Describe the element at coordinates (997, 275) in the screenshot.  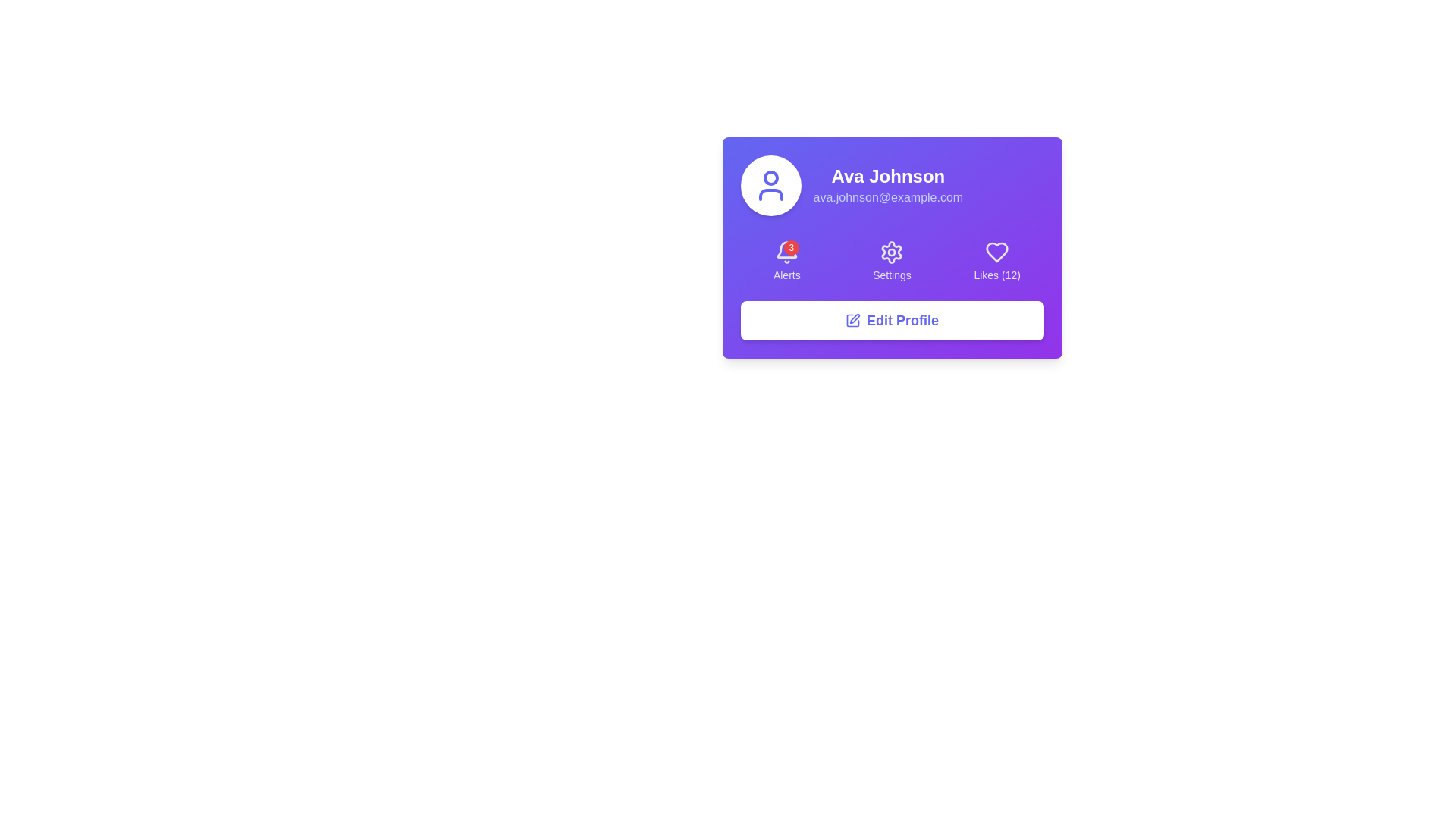
I see `the 'Likes (12)' text label, which is displayed in a small gray font on a purple background, located below the heart-shaped icon` at that location.